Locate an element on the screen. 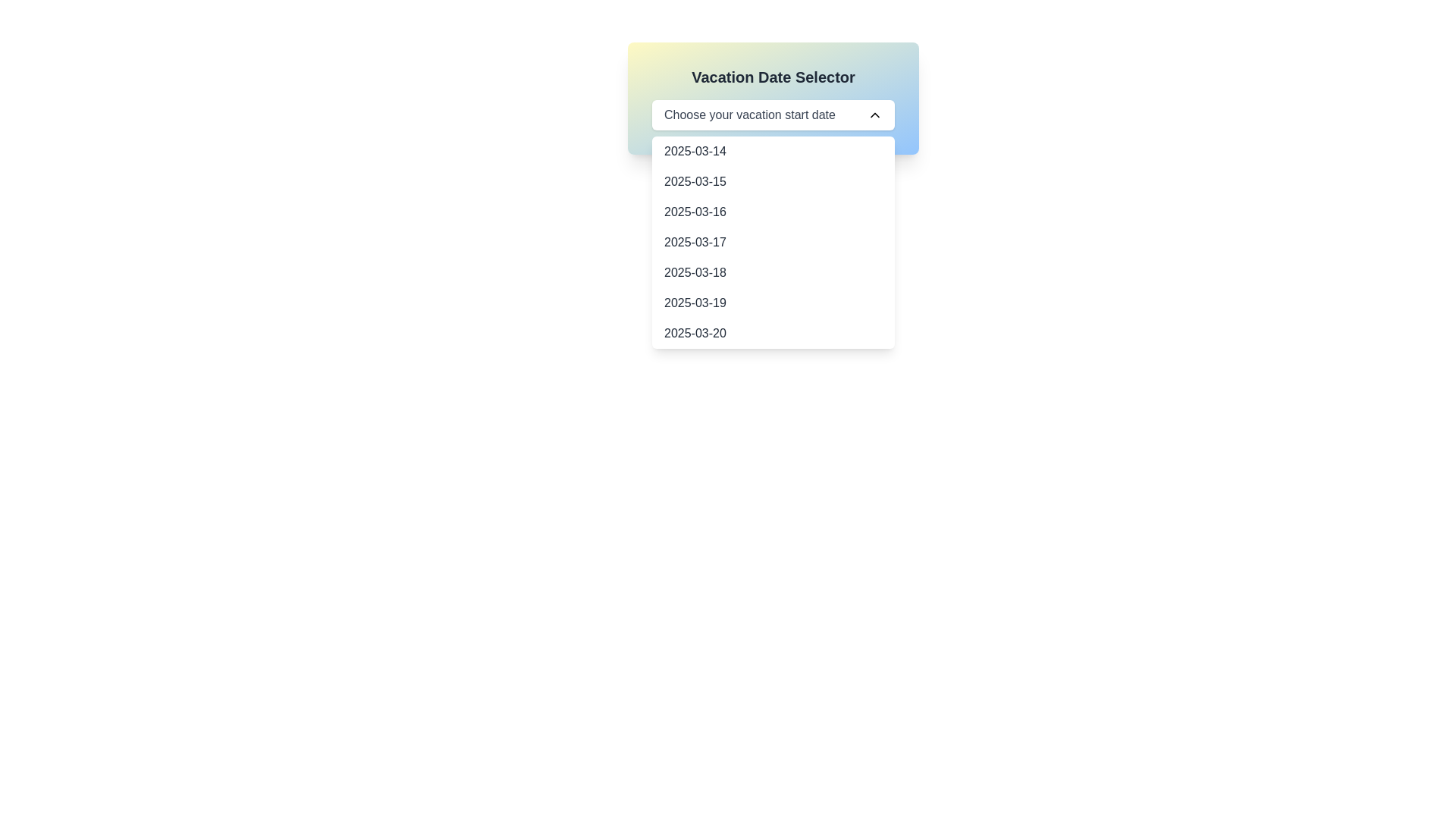 The height and width of the screenshot is (819, 1456). the first item in the dropdown menu that represents the date '2025-03-14' is located at coordinates (694, 152).